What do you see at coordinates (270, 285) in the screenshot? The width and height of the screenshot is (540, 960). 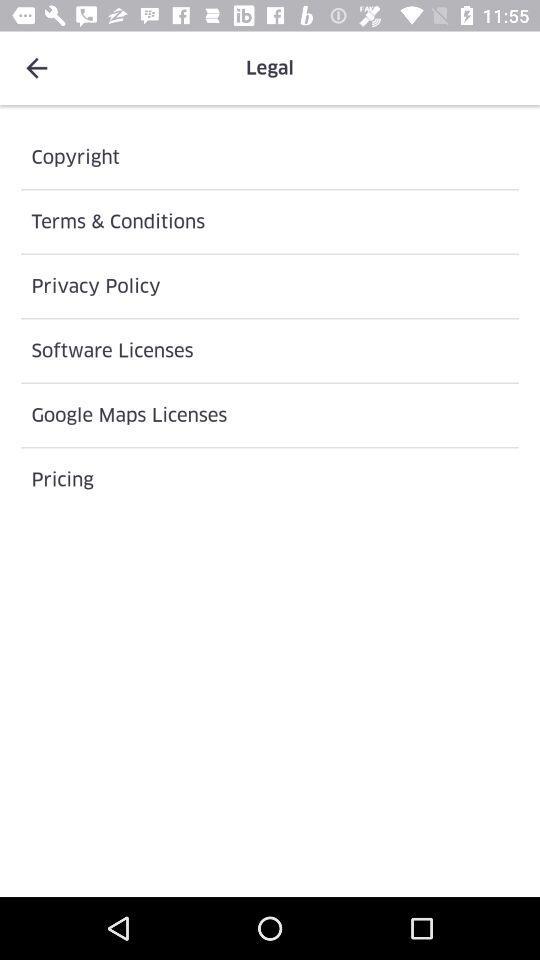 I see `item below the terms & conditions icon` at bounding box center [270, 285].